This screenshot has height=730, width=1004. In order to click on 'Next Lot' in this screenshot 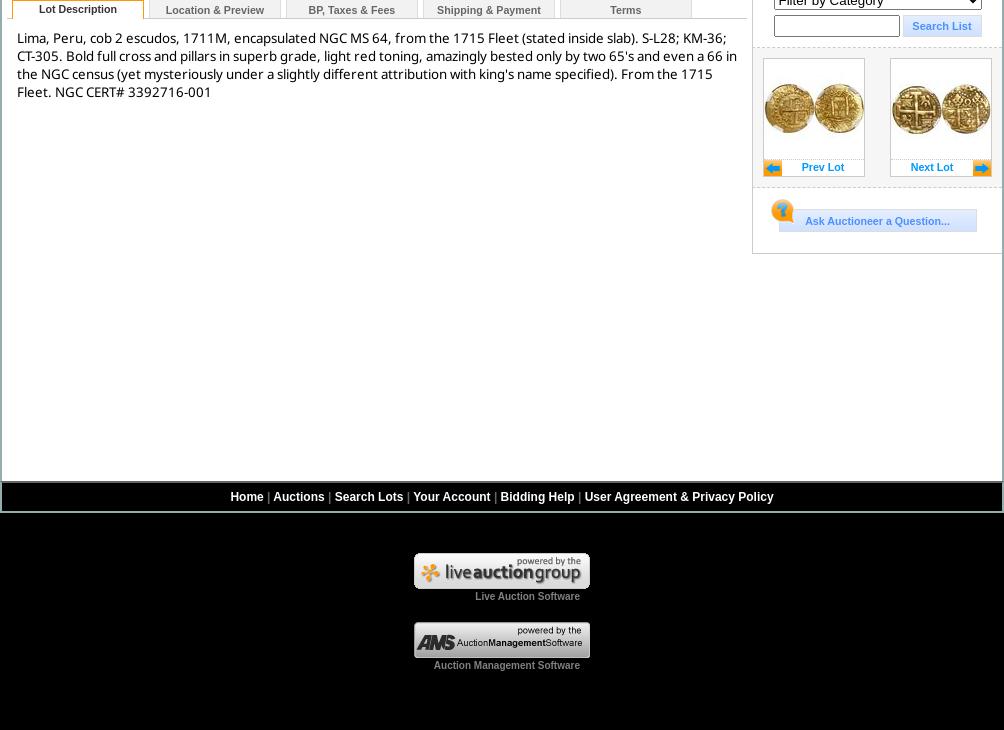, I will do `click(909, 166)`.